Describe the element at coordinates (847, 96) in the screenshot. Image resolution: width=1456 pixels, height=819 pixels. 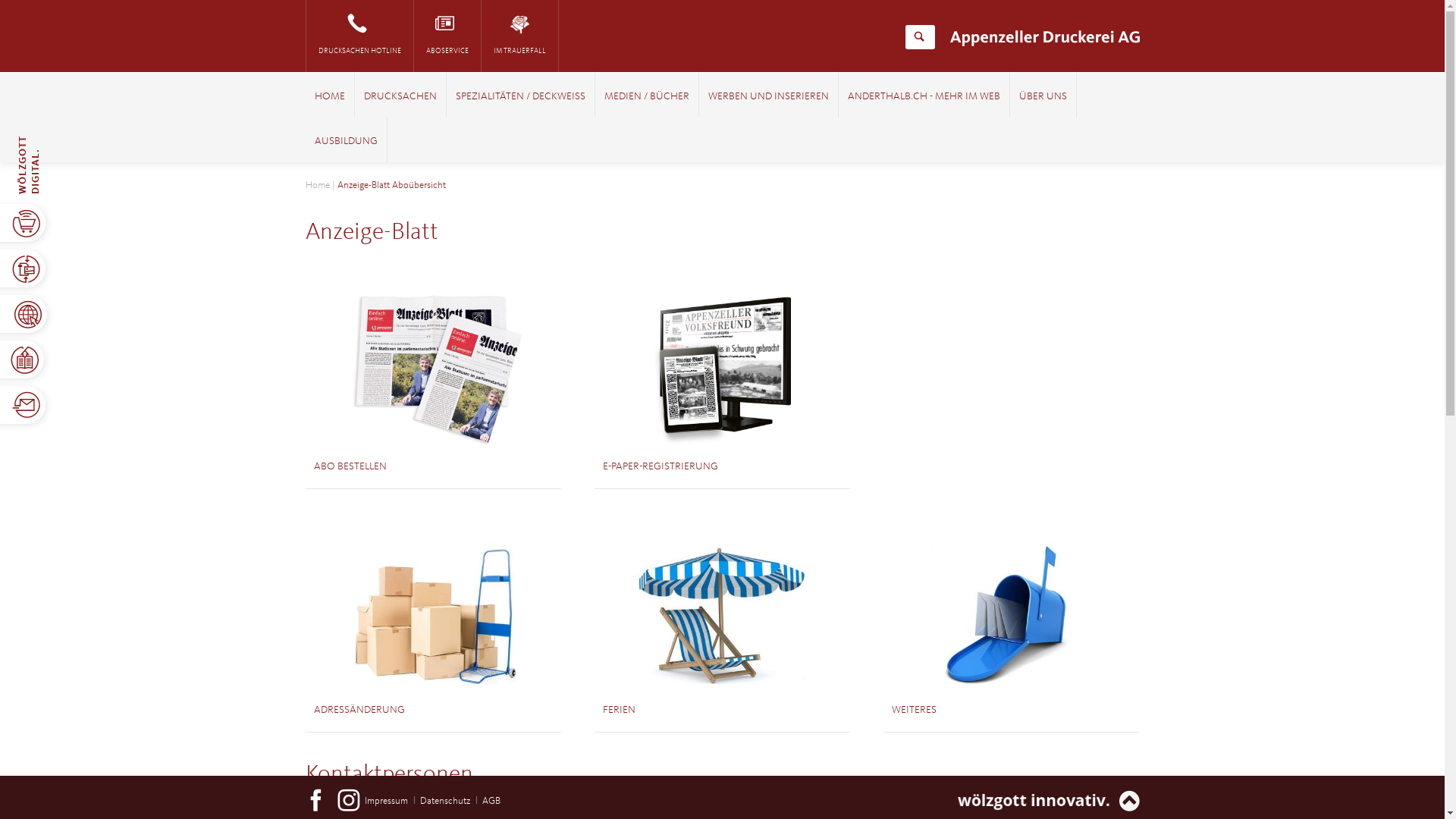
I see `'ANDERTHALB.CH - MEHR IM WEB'` at that location.